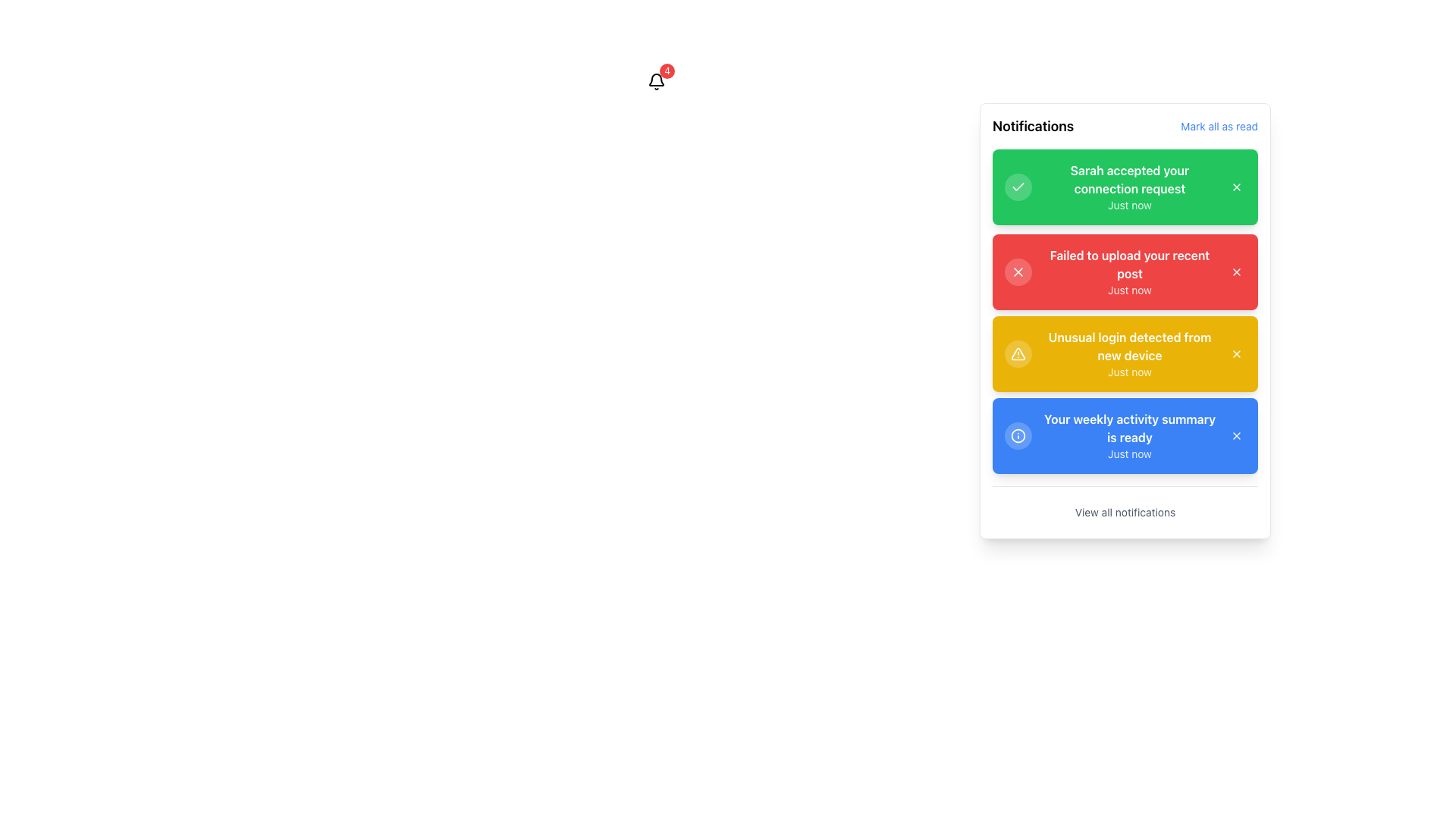 The width and height of the screenshot is (1456, 819). What do you see at coordinates (1018, 271) in the screenshot?
I see `the circular red button with a white 'X' icon, located within the left section of the red notification bar that states 'Failed to upload your recent post'` at bounding box center [1018, 271].